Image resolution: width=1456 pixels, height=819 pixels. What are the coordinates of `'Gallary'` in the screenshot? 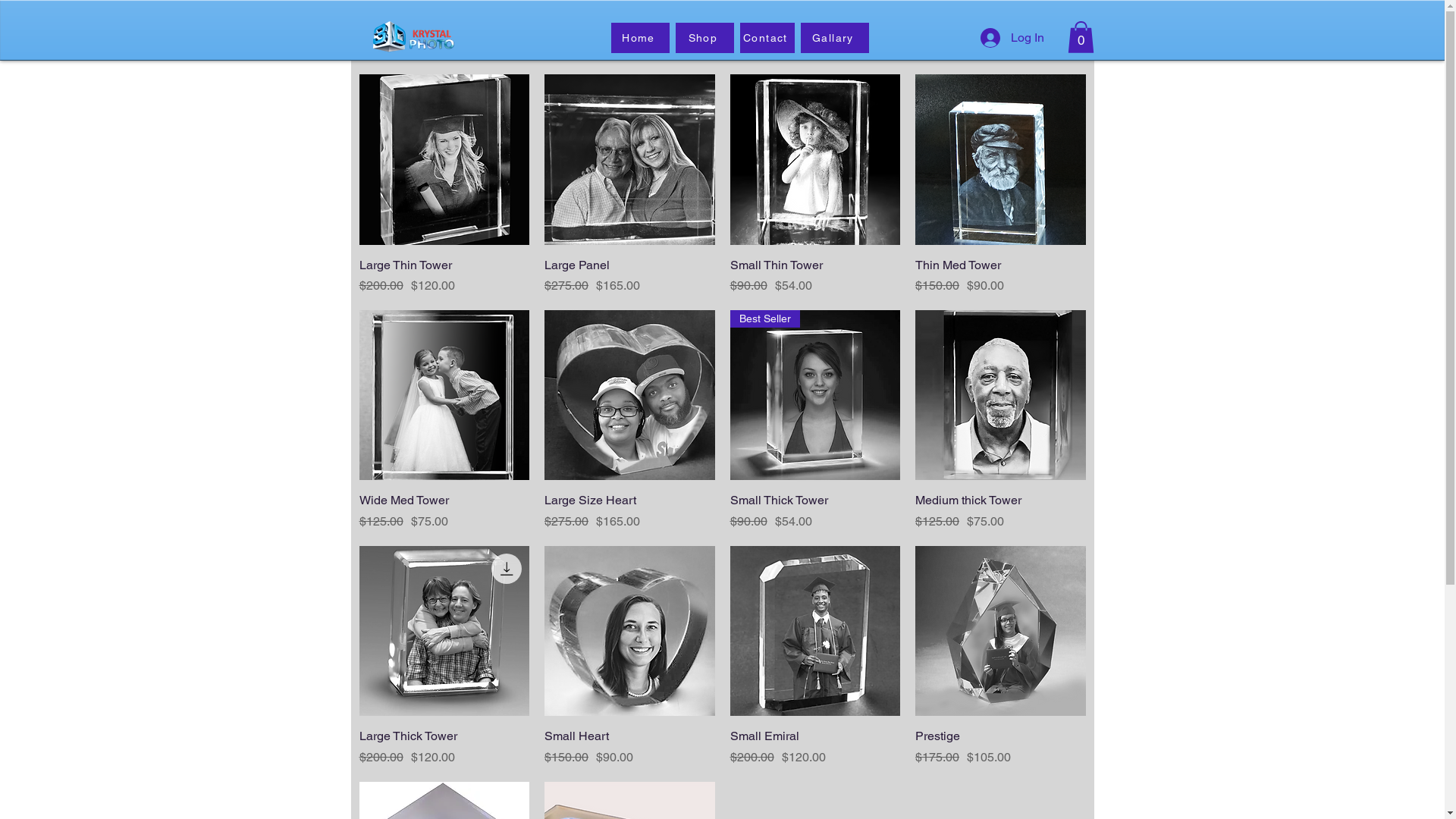 It's located at (800, 37).